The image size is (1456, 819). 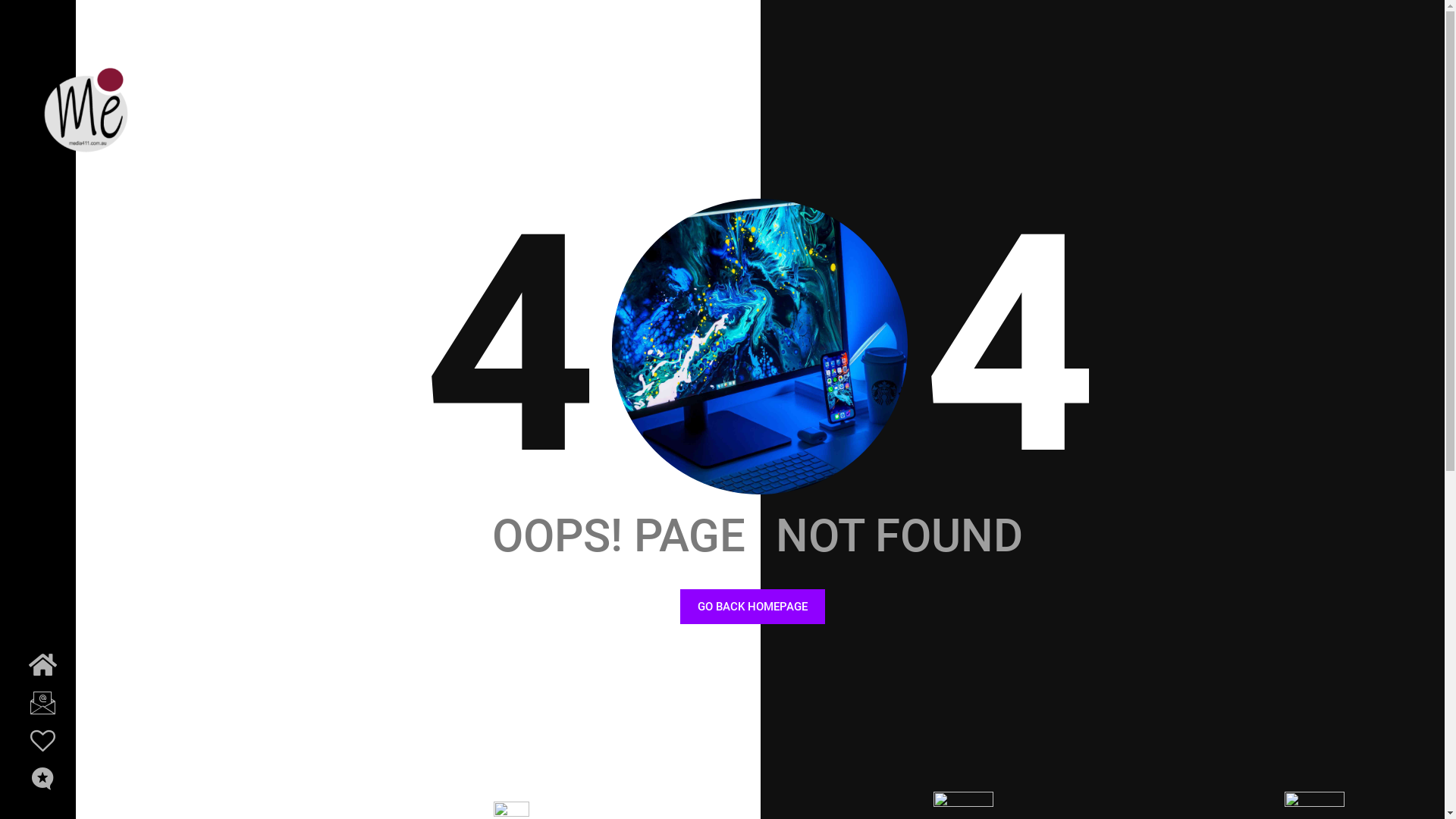 I want to click on 'GO BACK HOMEPAGE', so click(x=752, y=606).